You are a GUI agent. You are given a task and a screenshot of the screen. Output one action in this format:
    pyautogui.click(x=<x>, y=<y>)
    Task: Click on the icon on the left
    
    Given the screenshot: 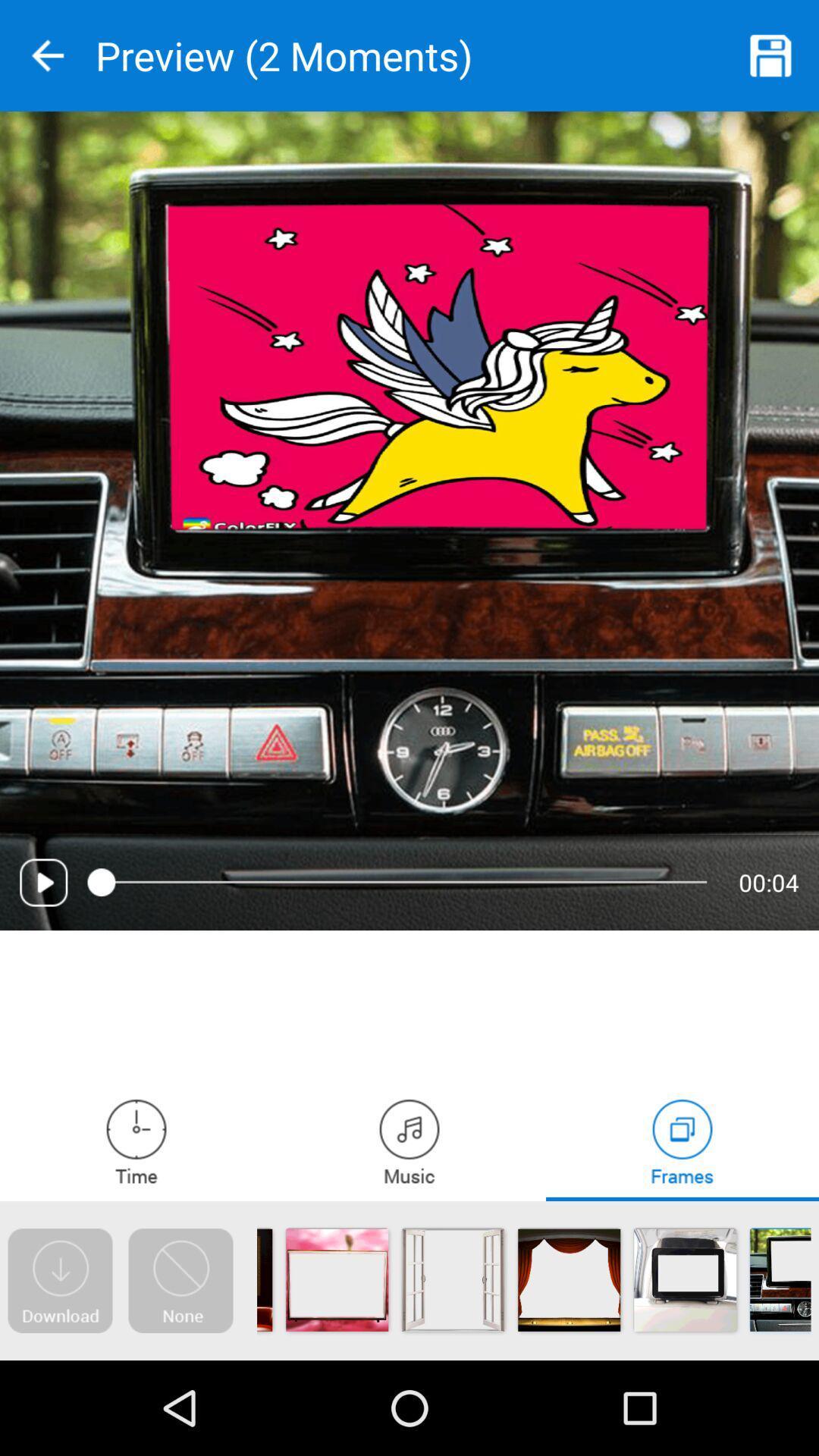 What is the action you would take?
    pyautogui.click(x=42, y=882)
    